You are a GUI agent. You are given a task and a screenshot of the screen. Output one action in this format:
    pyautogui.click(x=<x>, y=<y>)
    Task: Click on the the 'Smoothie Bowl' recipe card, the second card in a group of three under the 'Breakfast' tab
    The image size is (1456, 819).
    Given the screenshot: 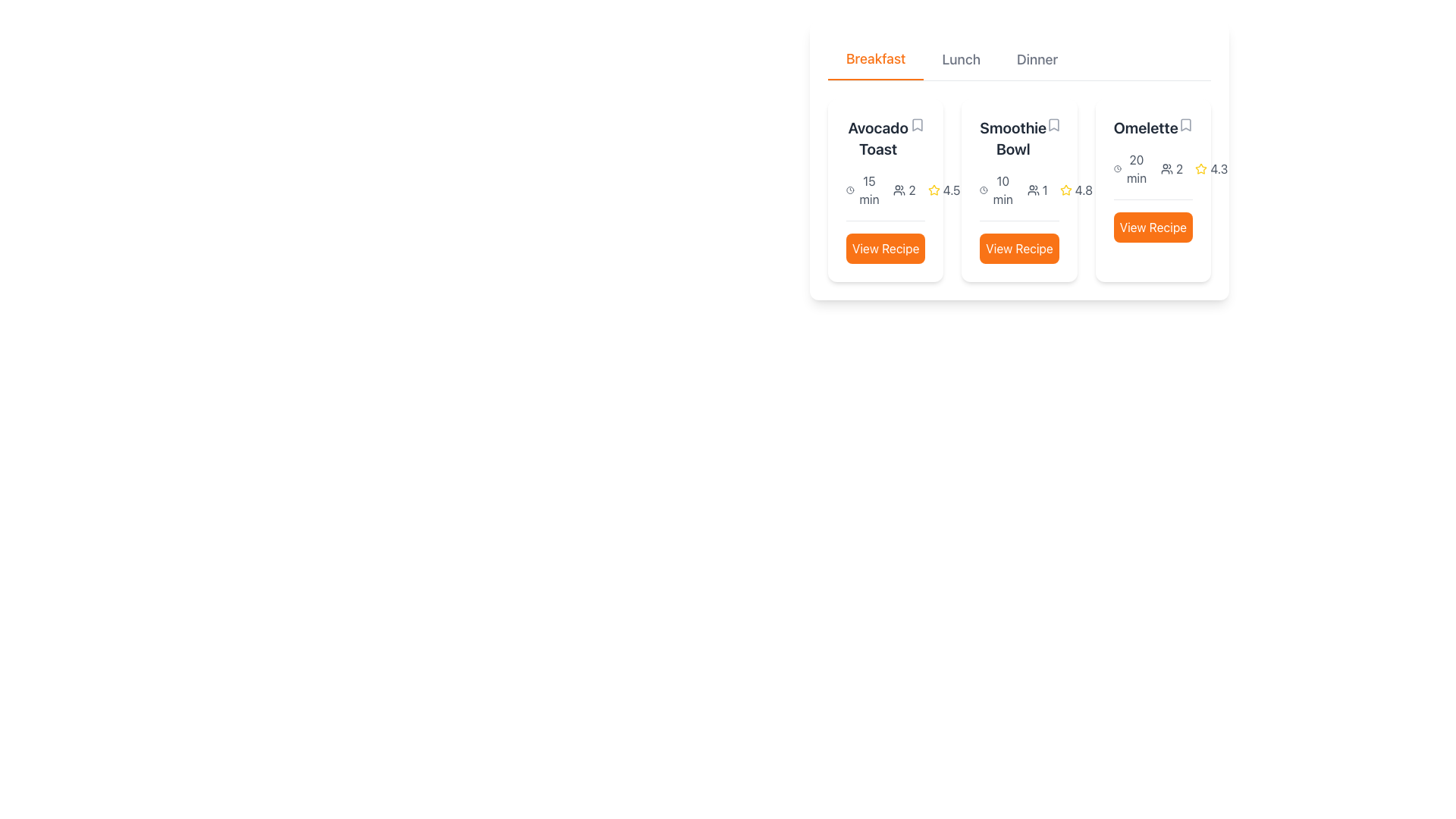 What is the action you would take?
    pyautogui.click(x=1019, y=161)
    